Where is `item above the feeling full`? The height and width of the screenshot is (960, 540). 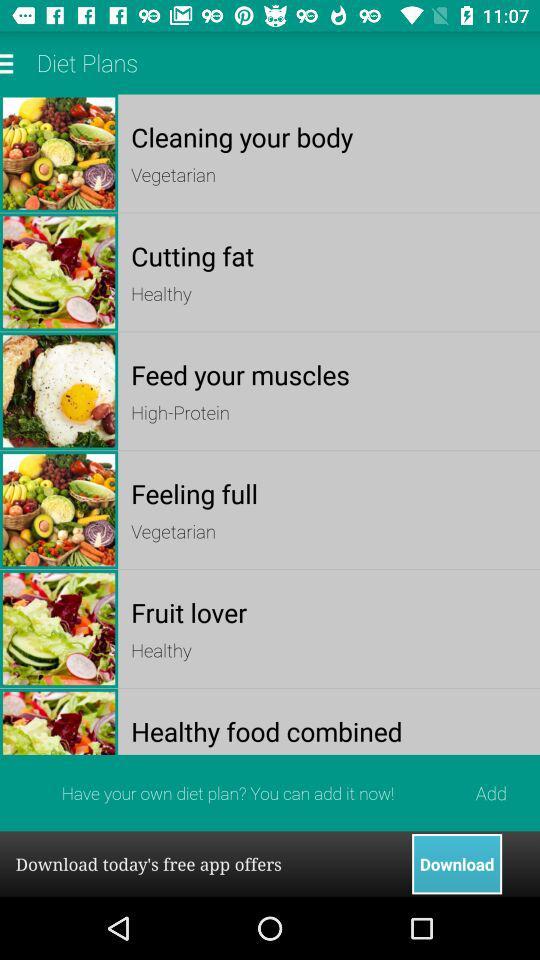 item above the feeling full is located at coordinates (329, 411).